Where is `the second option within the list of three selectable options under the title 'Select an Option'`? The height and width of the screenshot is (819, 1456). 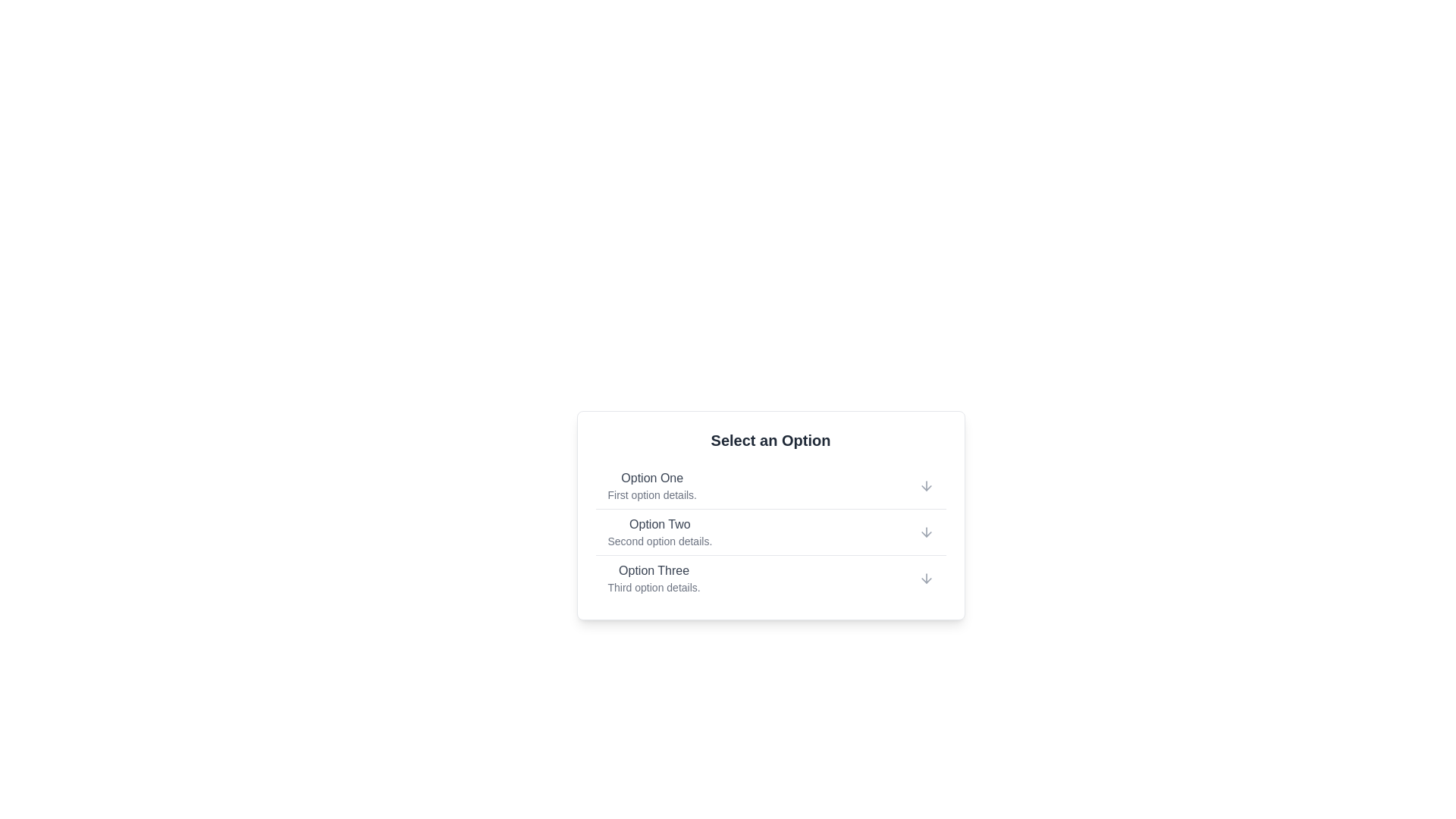
the second option within the list of three selectable options under the title 'Select an Option' is located at coordinates (770, 532).